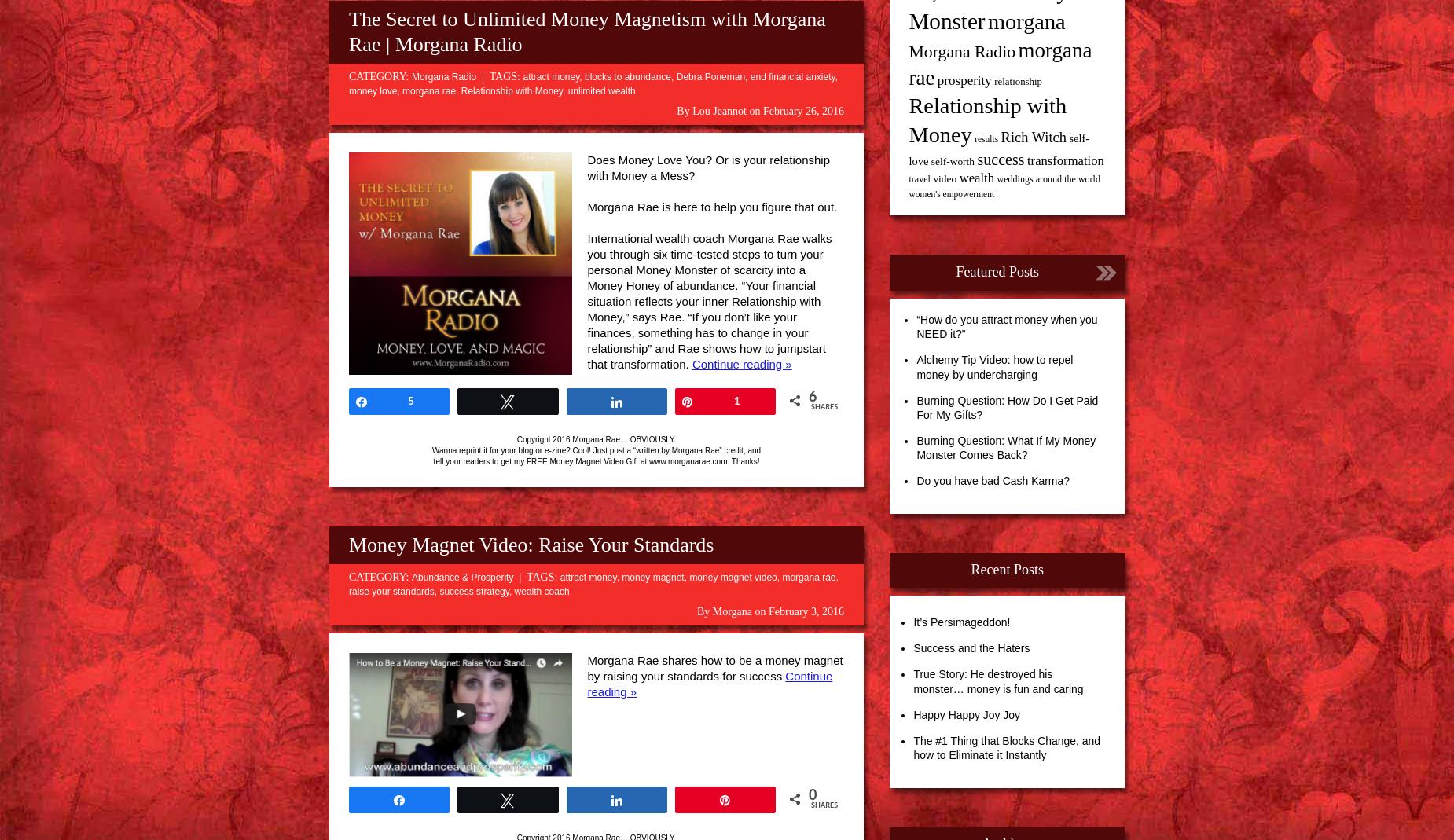  Describe the element at coordinates (1005, 447) in the screenshot. I see `'Burning Question: What If My Money Monster Comes Back?'` at that location.